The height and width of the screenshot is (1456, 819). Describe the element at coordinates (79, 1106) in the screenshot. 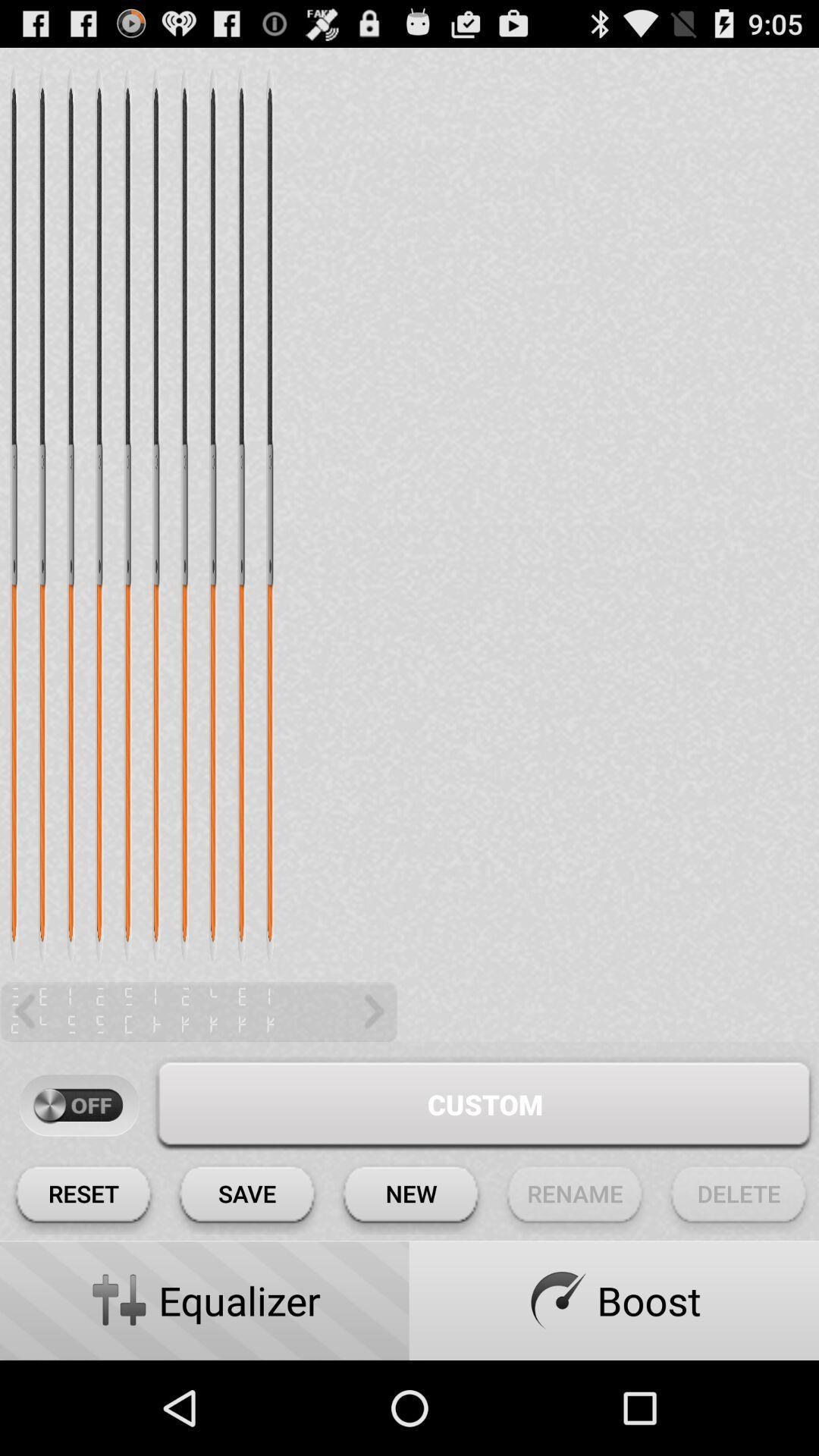

I see `turn off button` at that location.